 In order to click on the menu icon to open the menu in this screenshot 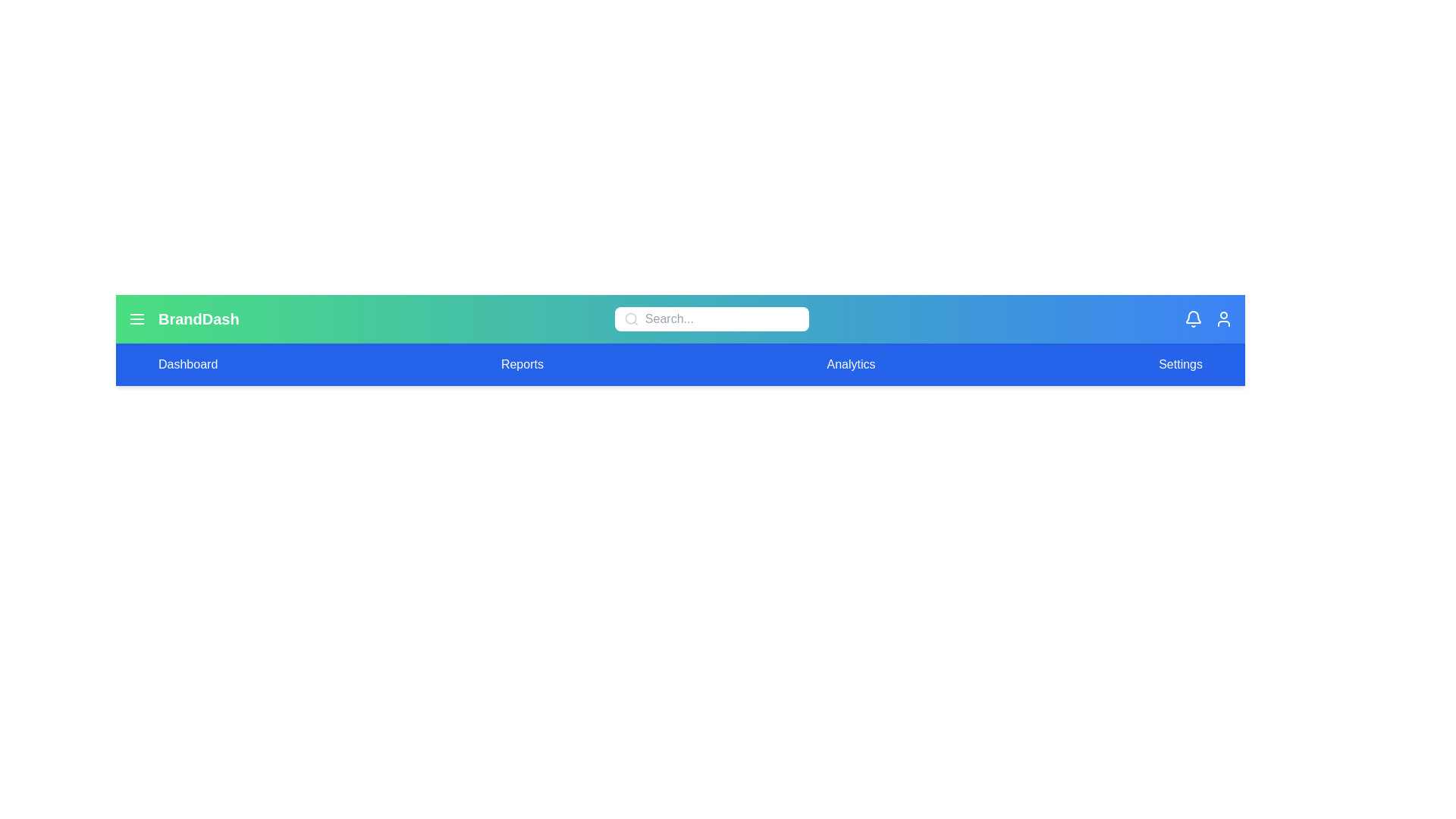, I will do `click(137, 318)`.